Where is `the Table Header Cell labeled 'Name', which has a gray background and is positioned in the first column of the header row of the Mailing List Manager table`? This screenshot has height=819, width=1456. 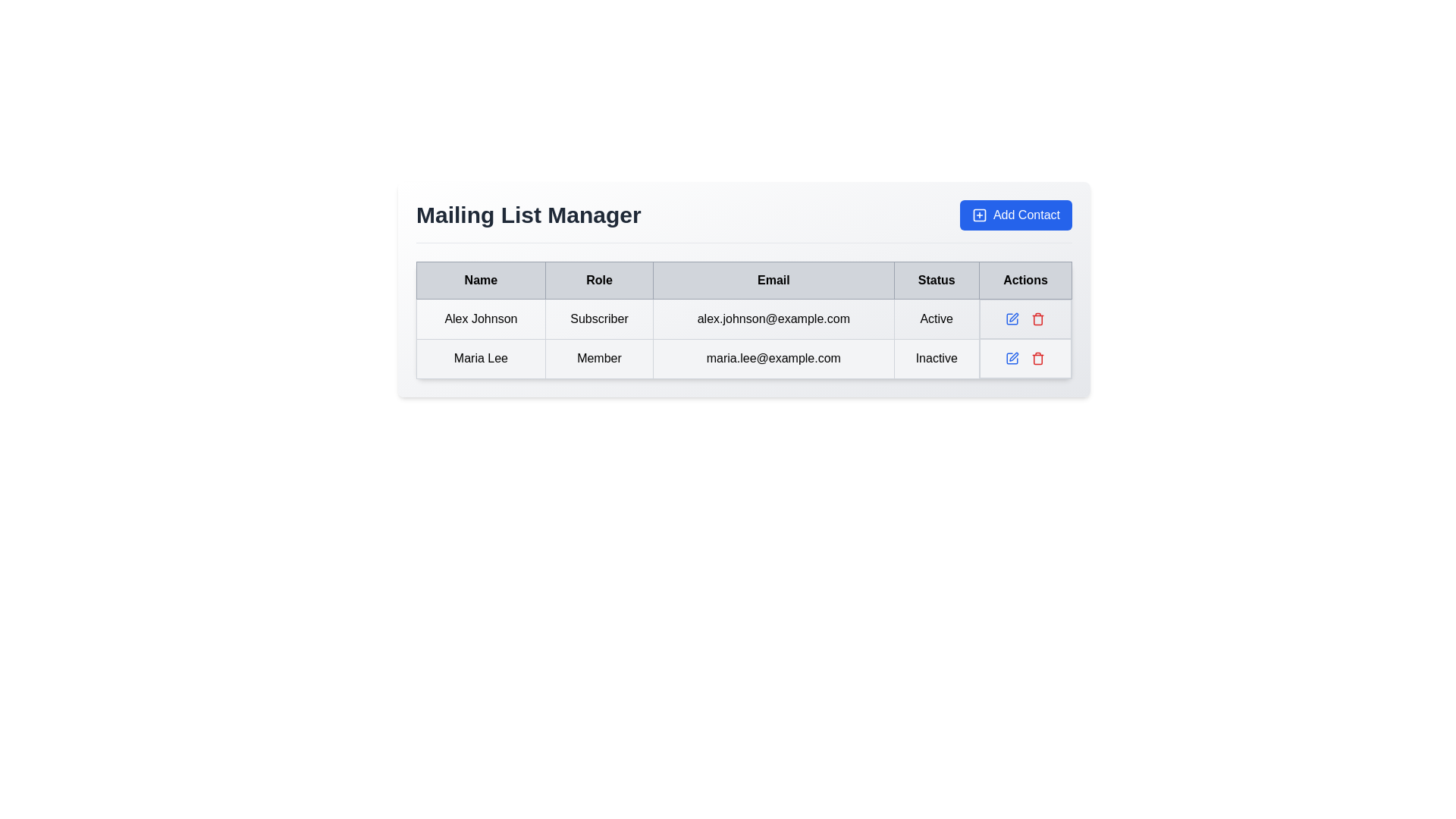
the Table Header Cell labeled 'Name', which has a gray background and is positioned in the first column of the header row of the Mailing List Manager table is located at coordinates (480, 281).